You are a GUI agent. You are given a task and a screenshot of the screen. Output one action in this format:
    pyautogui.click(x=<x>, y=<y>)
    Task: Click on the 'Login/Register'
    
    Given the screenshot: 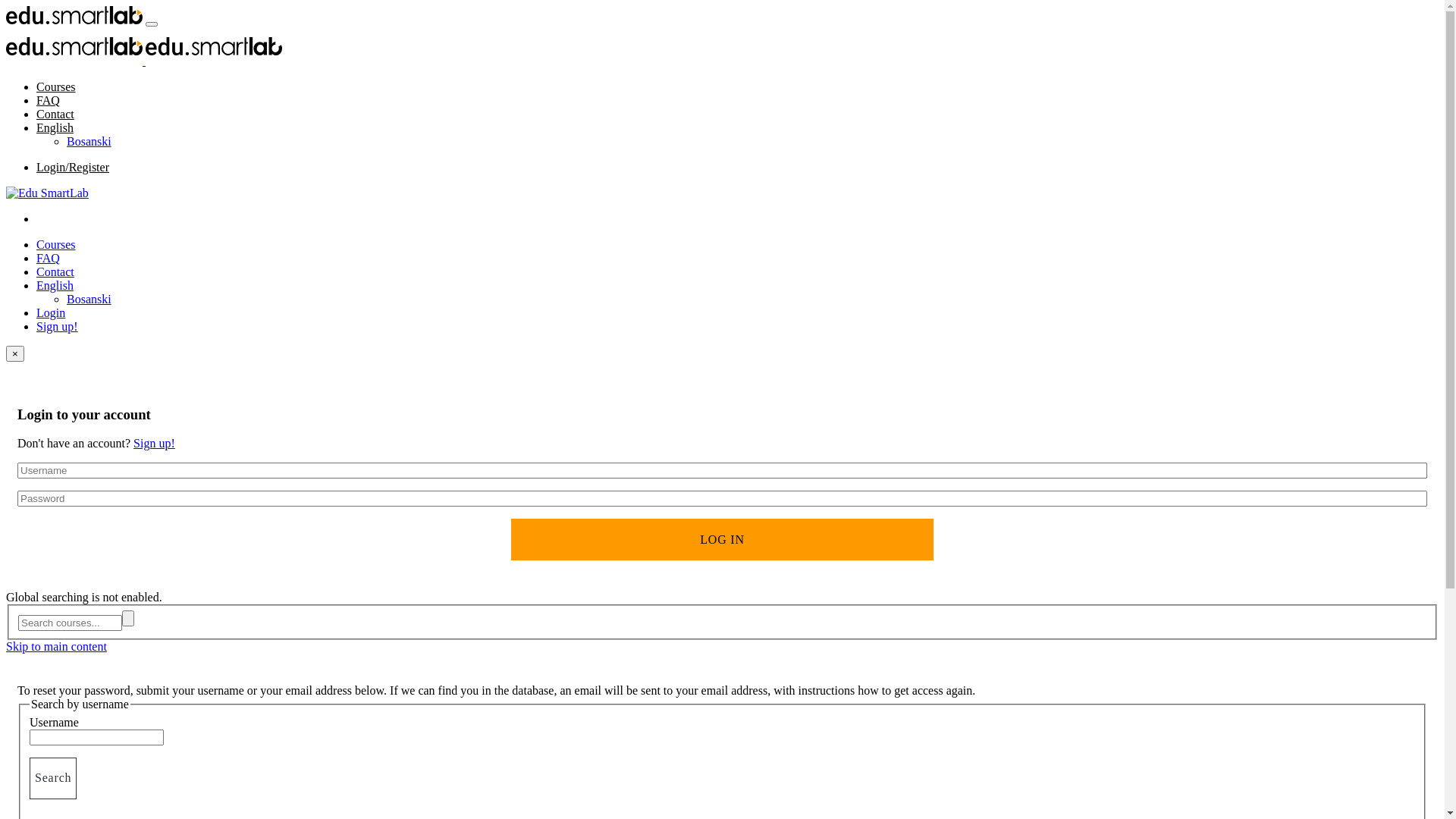 What is the action you would take?
    pyautogui.click(x=72, y=167)
    